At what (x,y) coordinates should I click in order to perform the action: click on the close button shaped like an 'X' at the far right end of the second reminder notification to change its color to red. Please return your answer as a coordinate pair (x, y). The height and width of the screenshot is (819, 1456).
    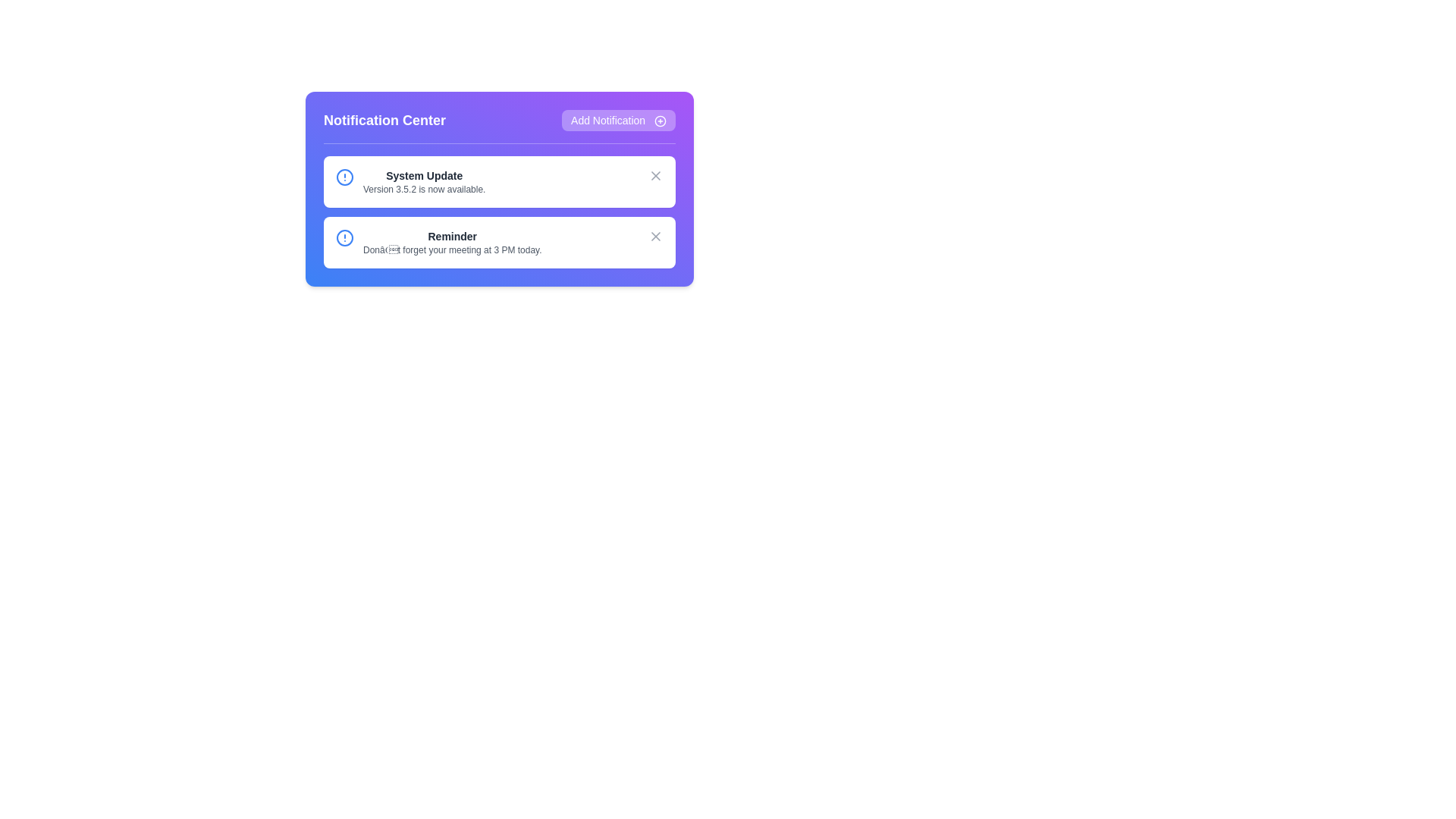
    Looking at the image, I should click on (655, 237).